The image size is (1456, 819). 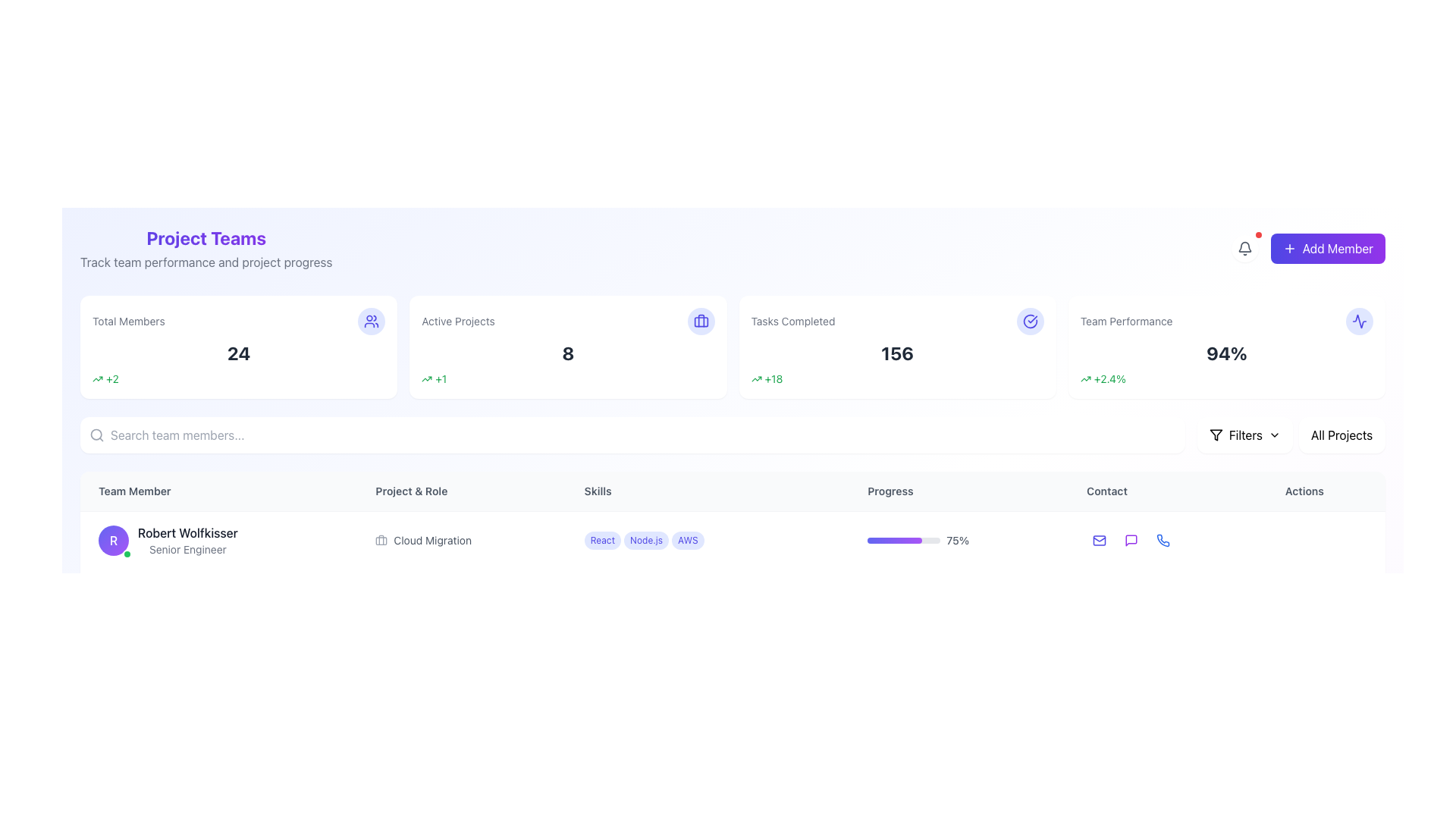 I want to click on the static informational text displaying '+18' in green color, located next to the upward arrow icon in the third metrics card labeled 'Tasks Completed.', so click(x=773, y=378).